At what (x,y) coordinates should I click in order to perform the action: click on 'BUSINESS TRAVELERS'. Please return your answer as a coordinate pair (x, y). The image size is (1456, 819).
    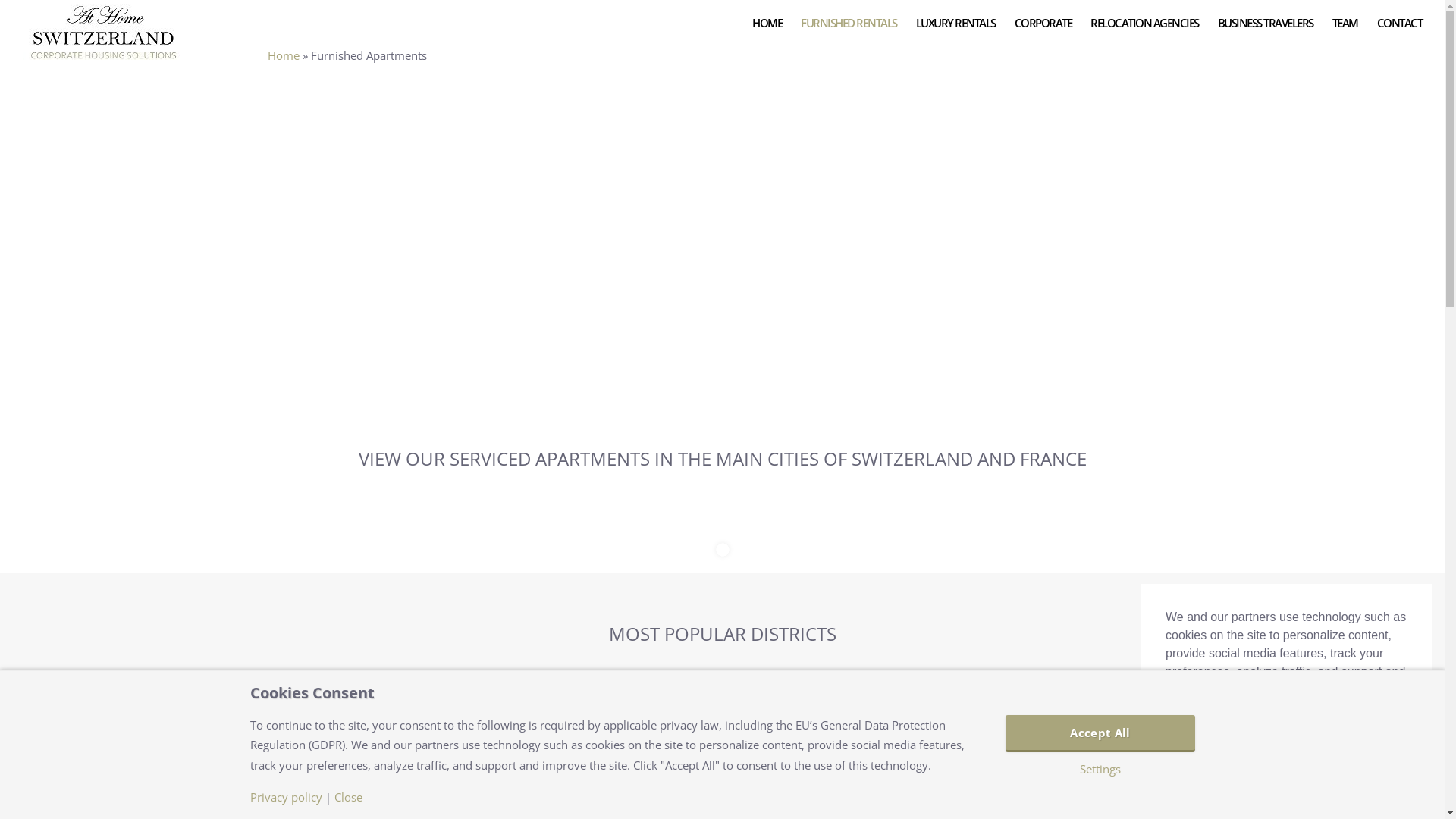
    Looking at the image, I should click on (1266, 23).